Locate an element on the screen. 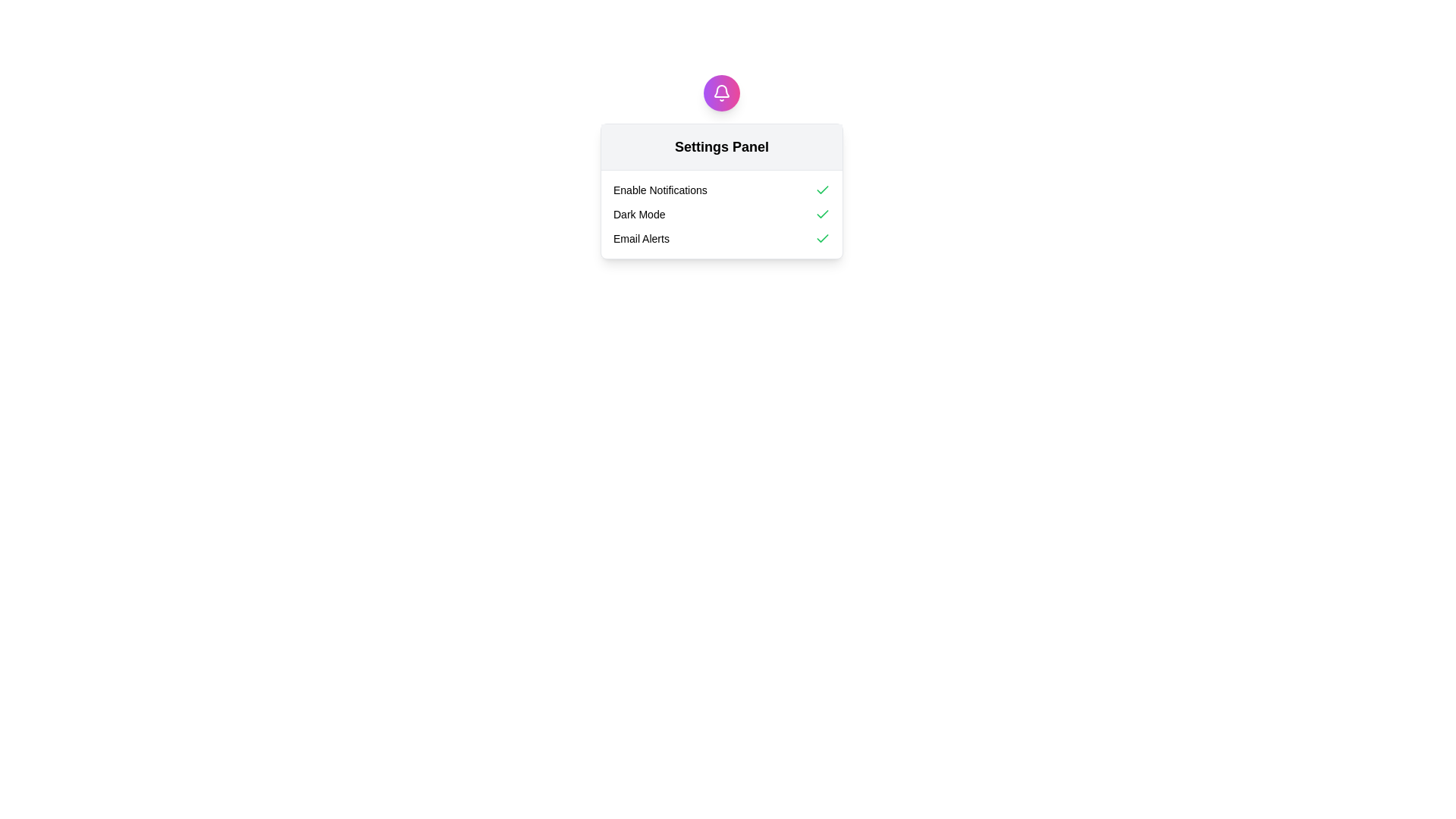  the 'Dark Mode' setting option in the settings panel is located at coordinates (720, 214).